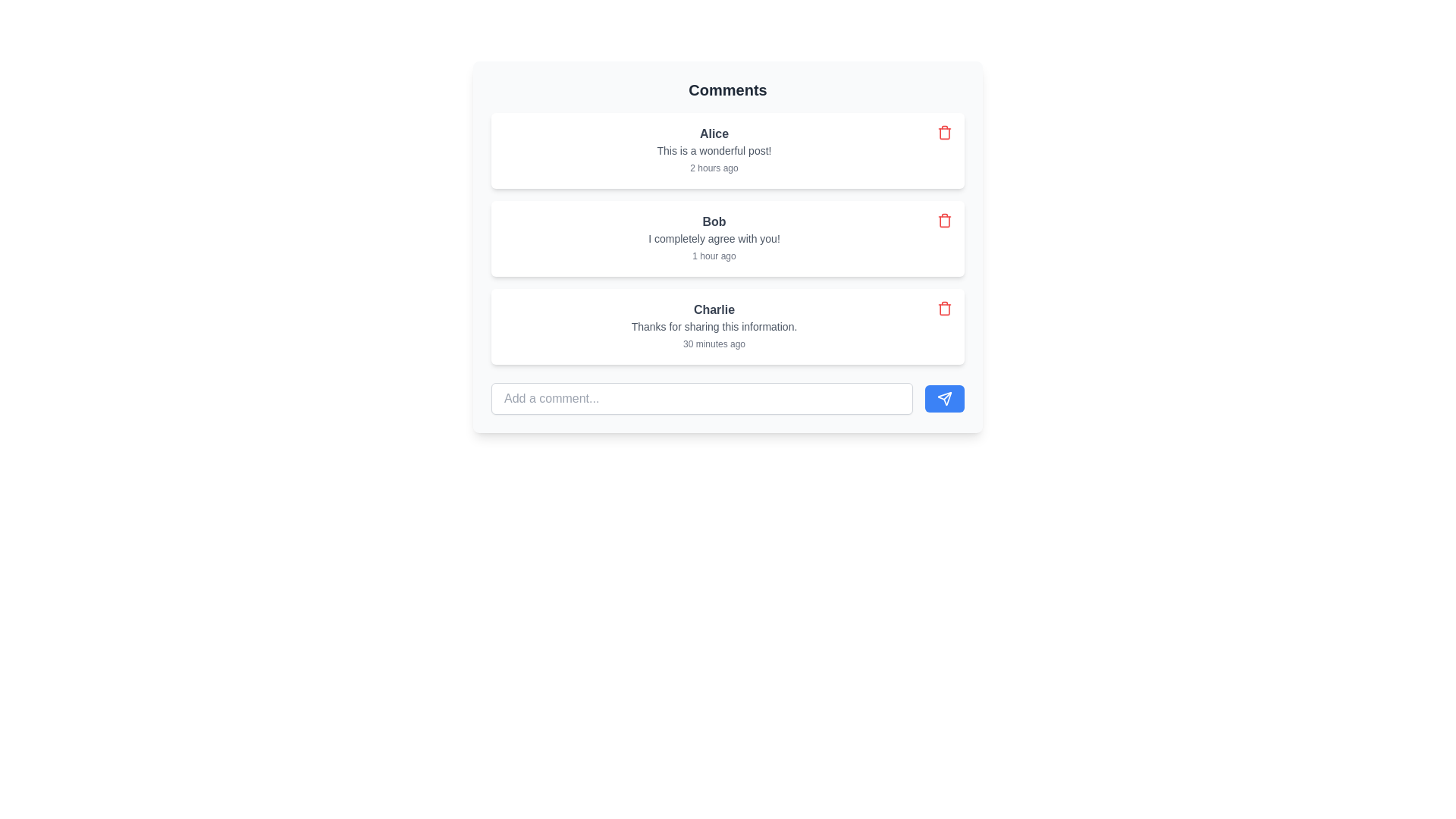  What do you see at coordinates (713, 222) in the screenshot?
I see `the Static Text that represents the name of the user who authored the comment in the second comment card of the 'Comments' section, which contains the comment 'I completely agree with you!' and a timestamp '1 hour ago'` at bounding box center [713, 222].